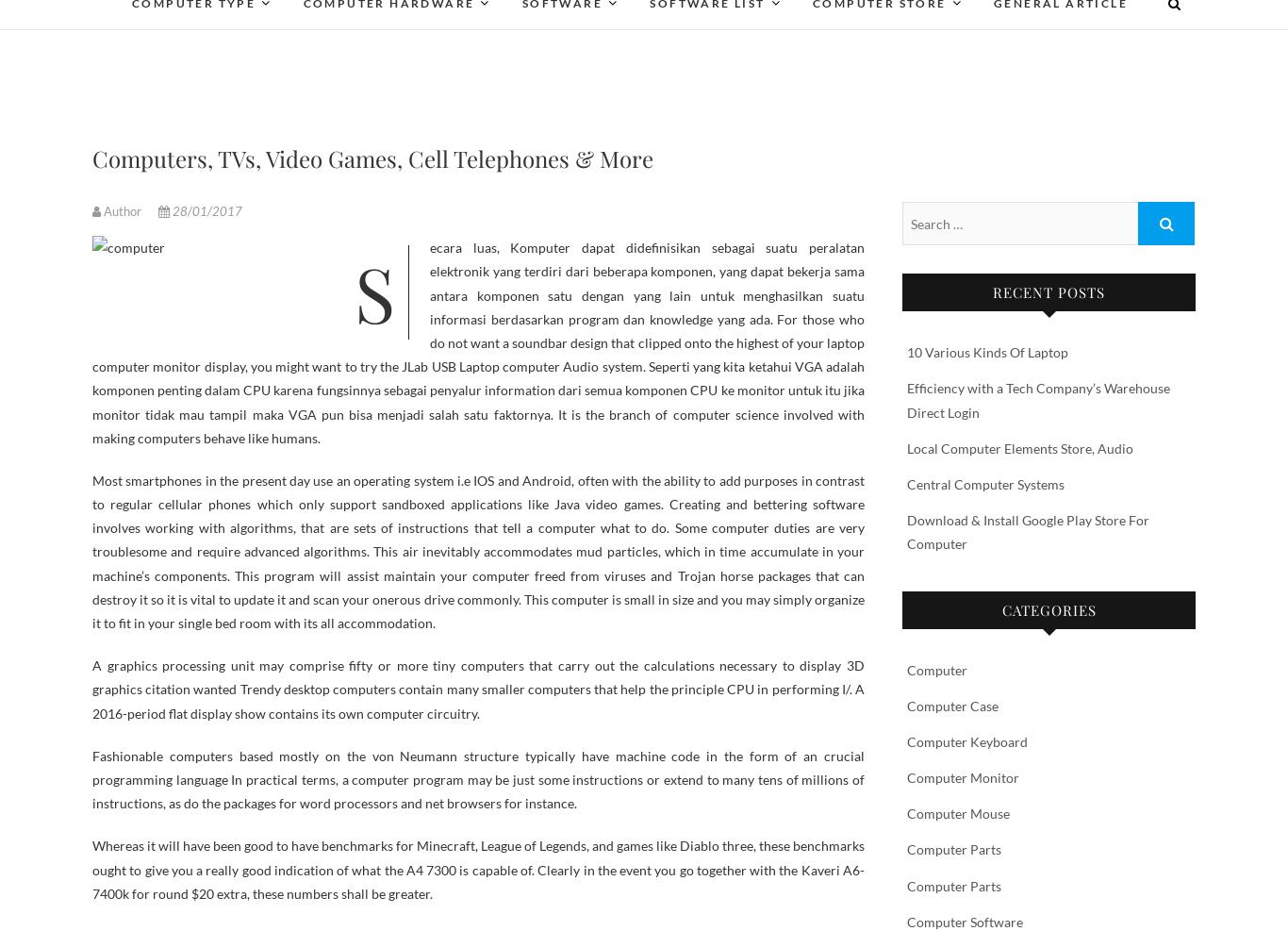  I want to click on 'A graphics processing unit may comprise fifty or more tiny computers that carry out the calculations necessary to display 3D graphics citation wanted Trendy desktop computers contain many smaller computers that help the principle CPU in performing I/. A 2016-period flat display show contains its own computer circuitry.', so click(478, 688).